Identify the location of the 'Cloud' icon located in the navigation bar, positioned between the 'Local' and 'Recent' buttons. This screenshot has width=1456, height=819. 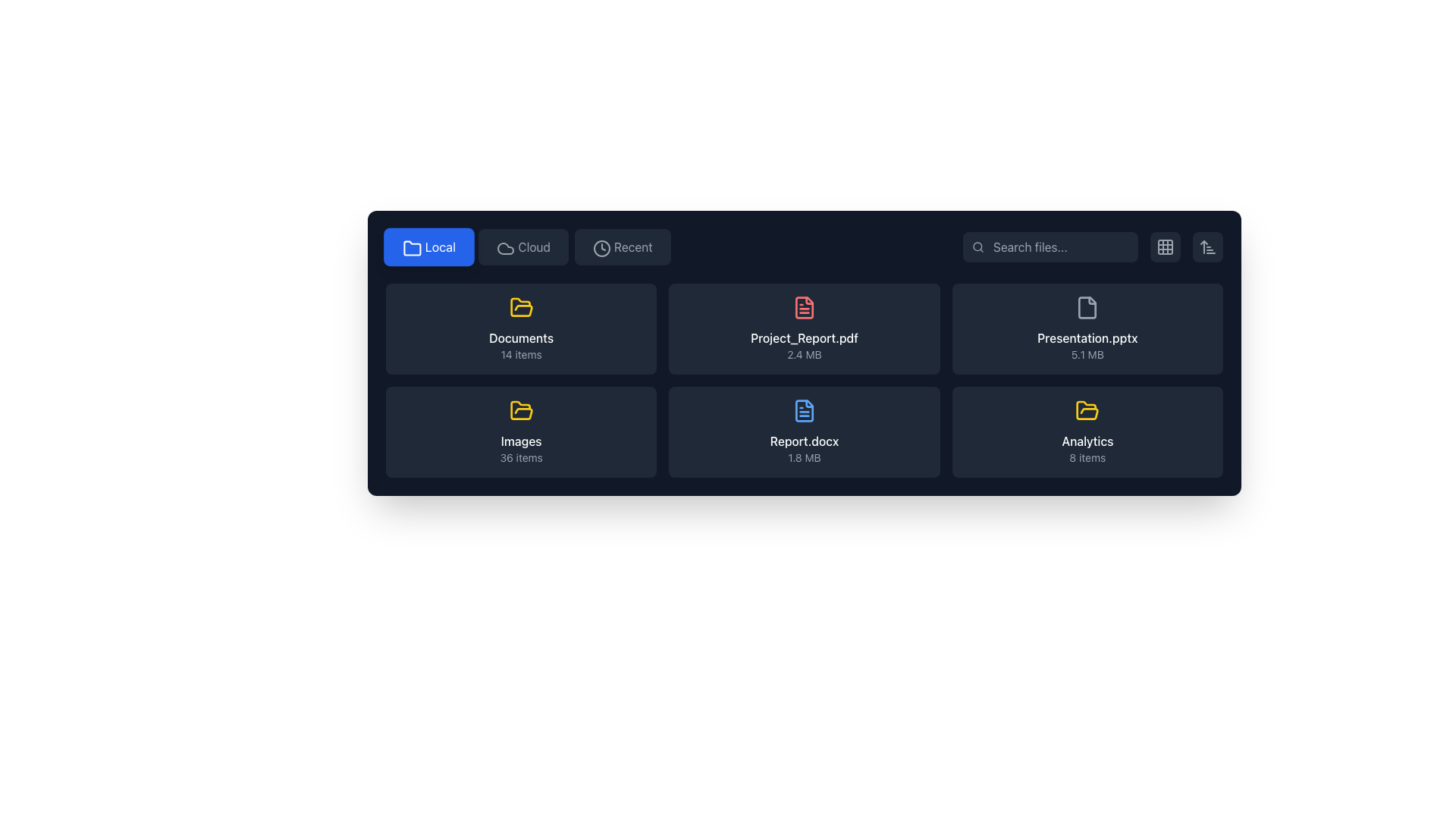
(506, 247).